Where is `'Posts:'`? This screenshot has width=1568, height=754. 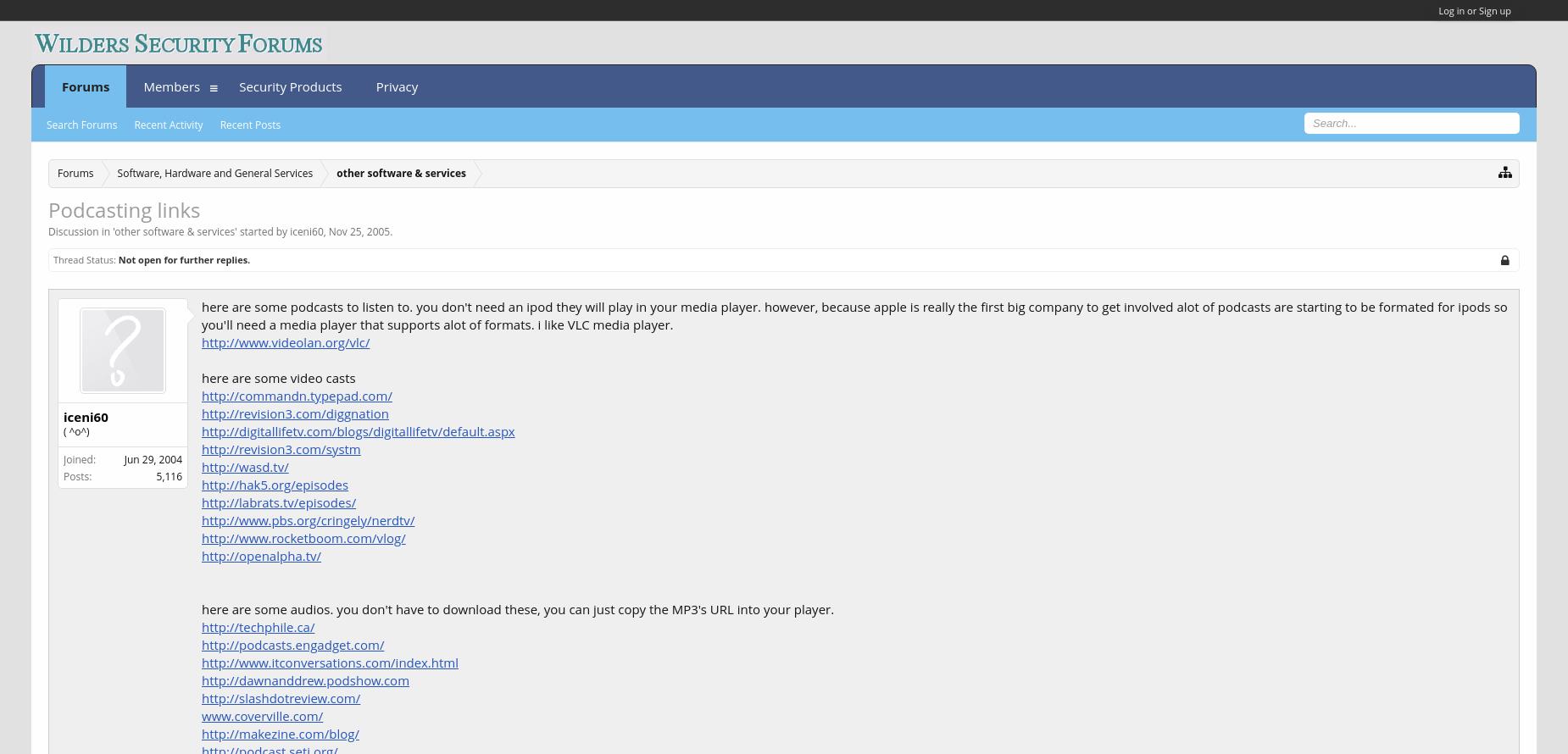
'Posts:' is located at coordinates (76, 474).